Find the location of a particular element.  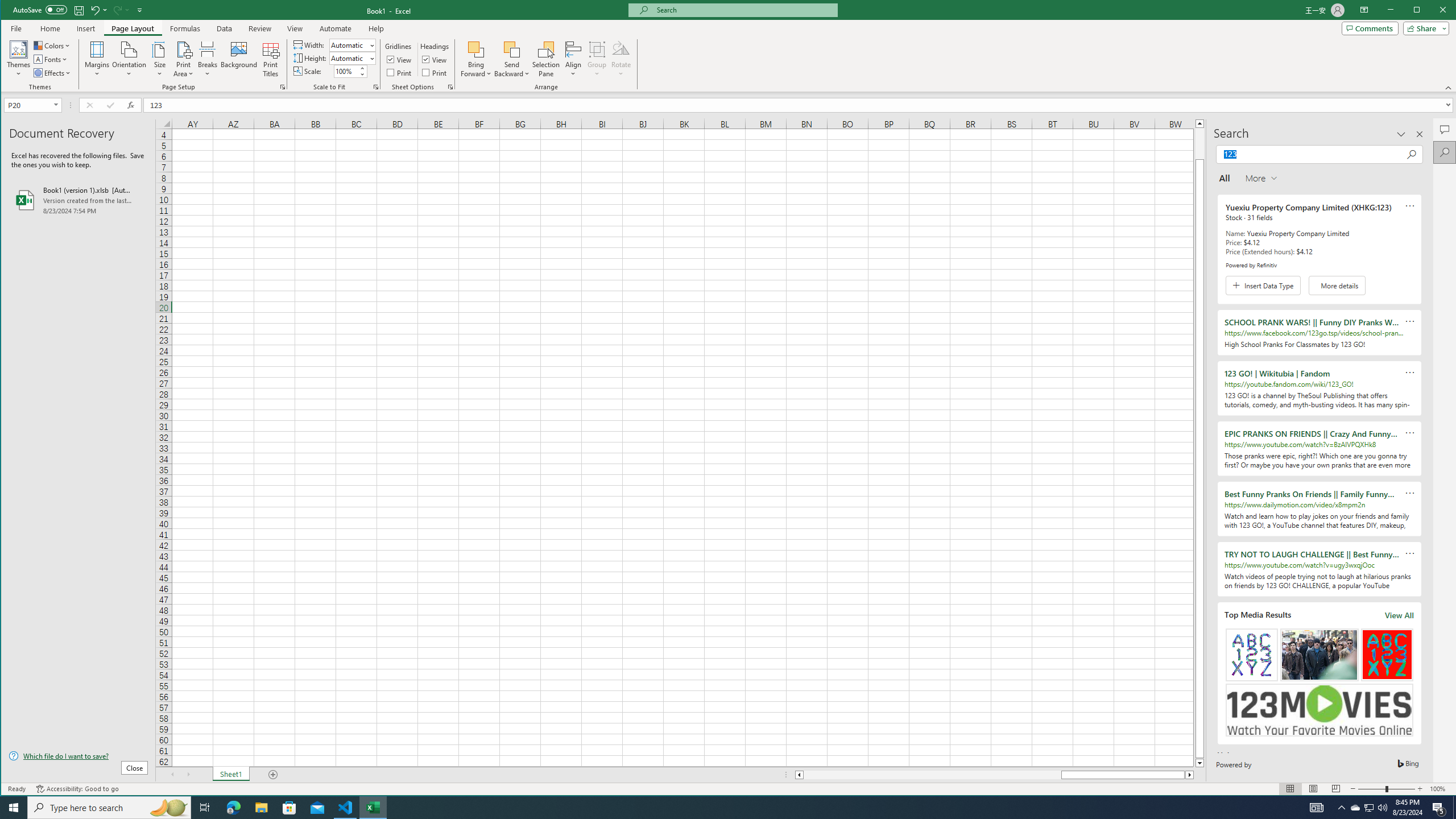

'Close pane' is located at coordinates (1419, 134).